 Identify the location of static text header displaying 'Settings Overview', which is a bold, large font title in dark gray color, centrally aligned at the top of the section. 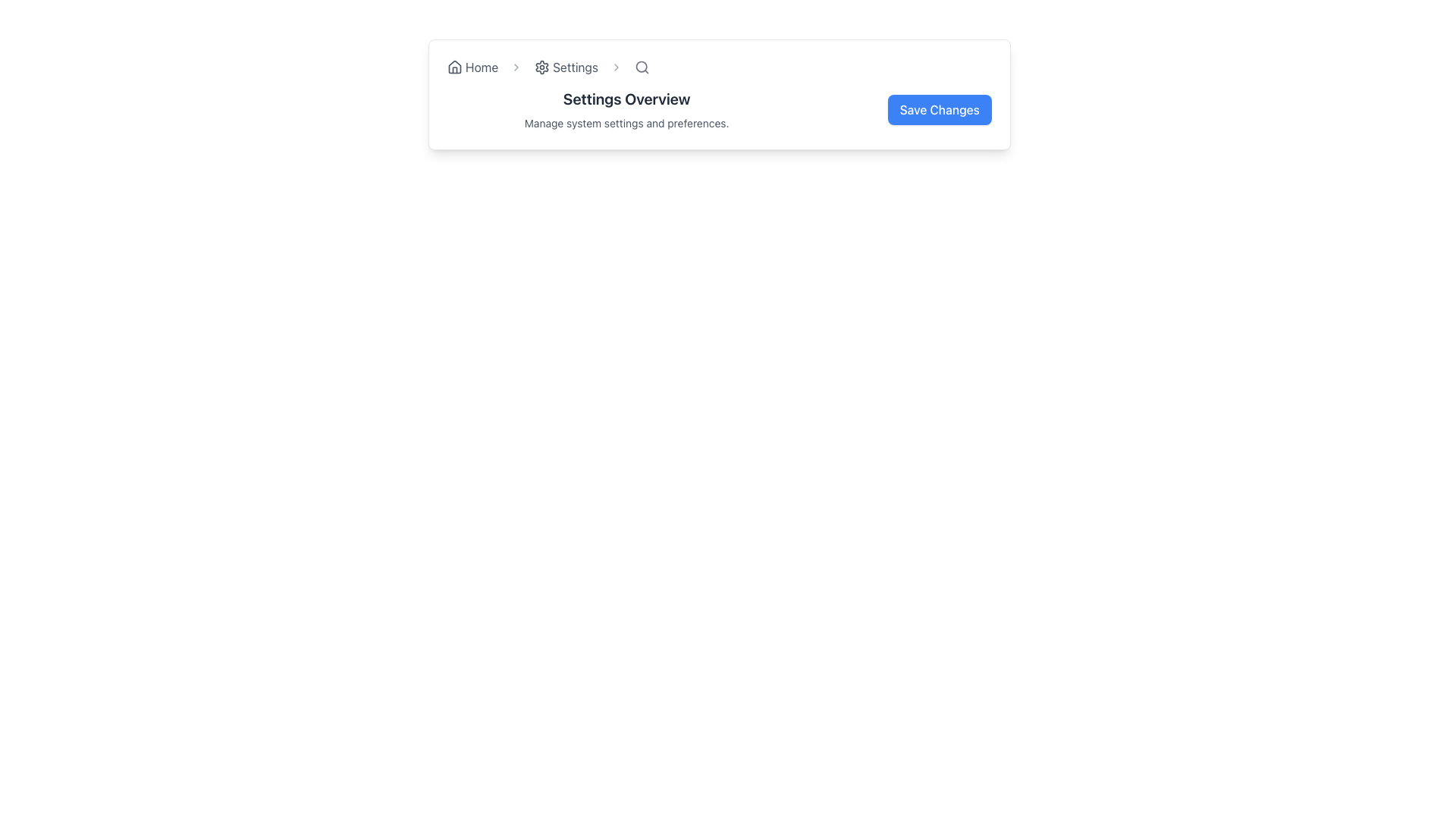
(626, 99).